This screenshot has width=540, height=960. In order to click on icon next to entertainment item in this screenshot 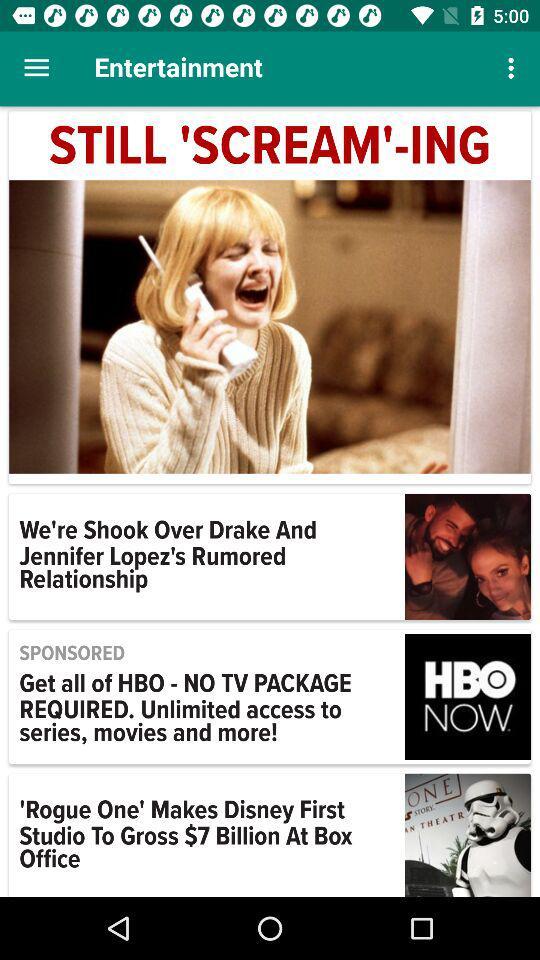, I will do `click(36, 68)`.